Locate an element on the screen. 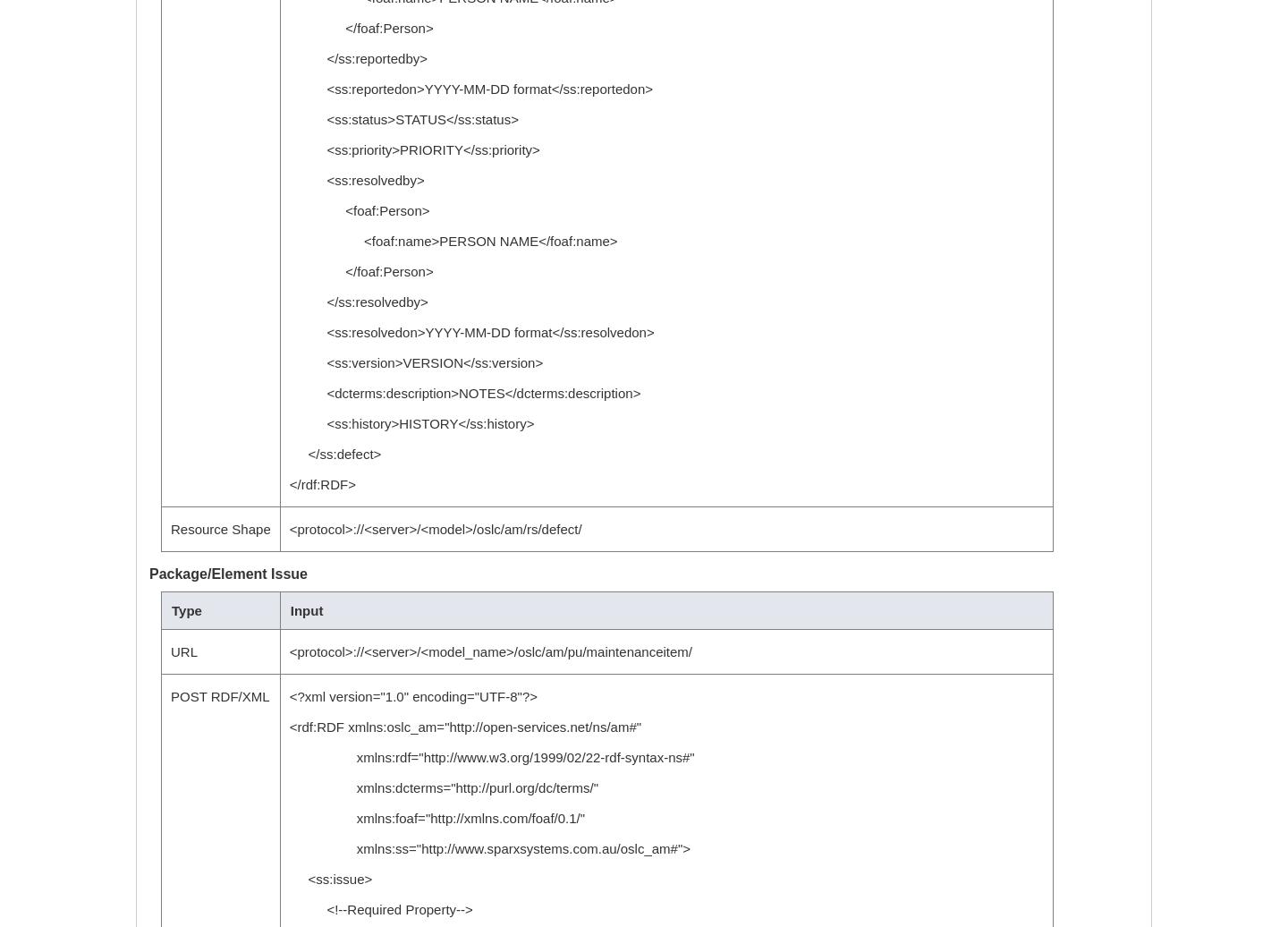  'Input' is located at coordinates (306, 610).